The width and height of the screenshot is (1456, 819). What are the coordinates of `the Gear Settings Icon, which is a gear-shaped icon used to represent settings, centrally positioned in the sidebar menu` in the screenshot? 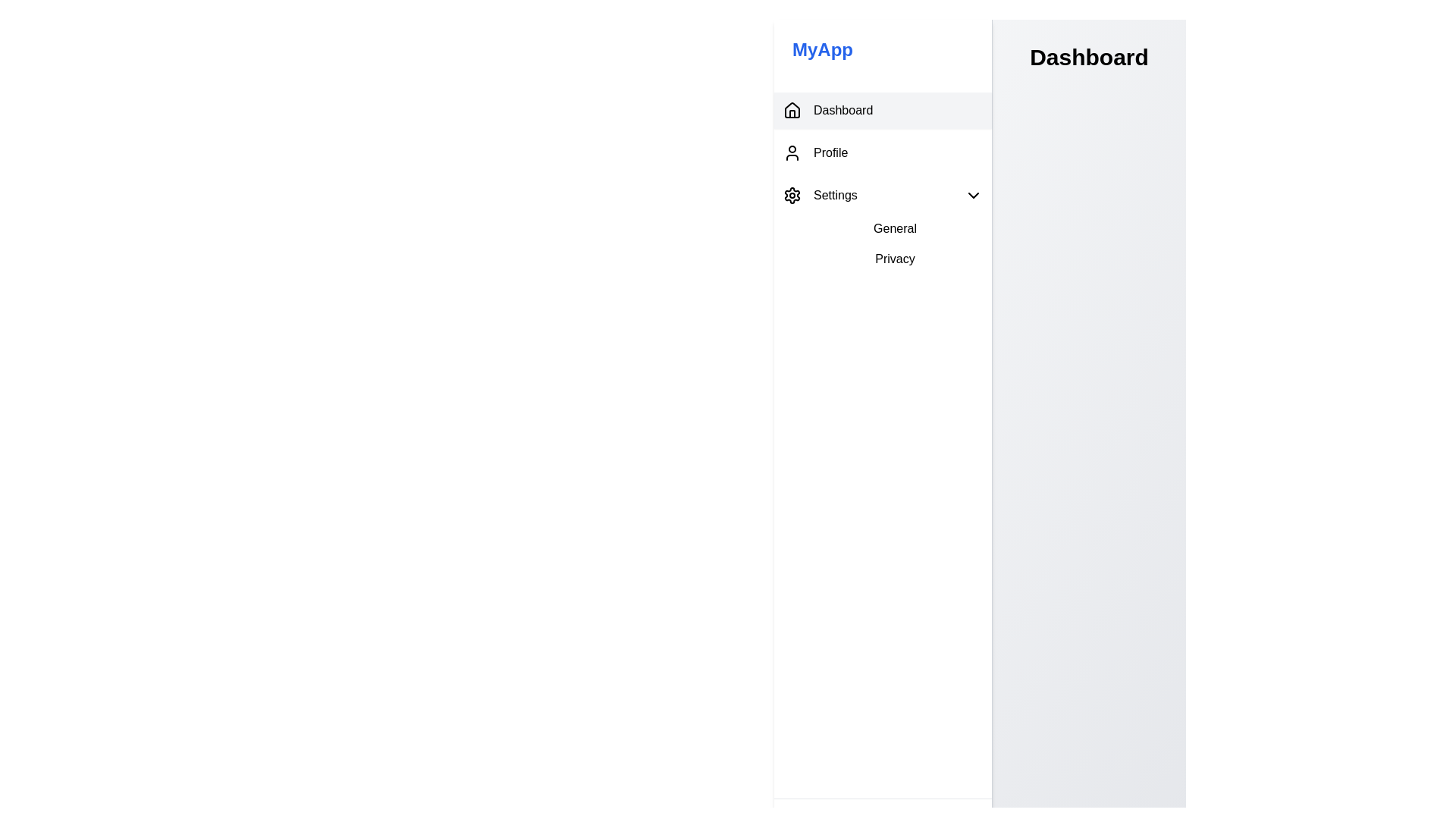 It's located at (792, 195).